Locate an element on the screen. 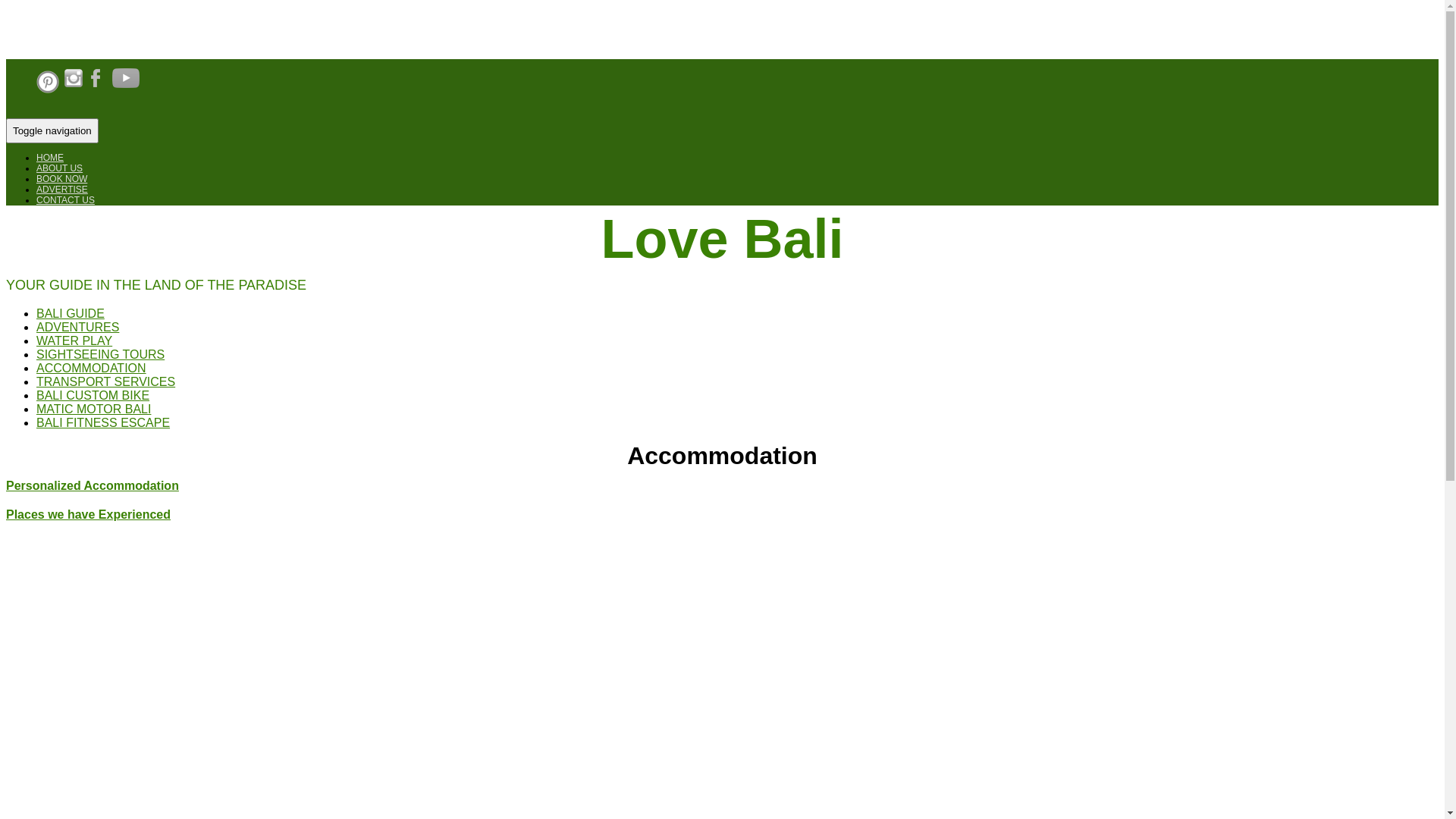 The width and height of the screenshot is (1456, 819). 'Personalized Accommodation' is located at coordinates (6, 485).